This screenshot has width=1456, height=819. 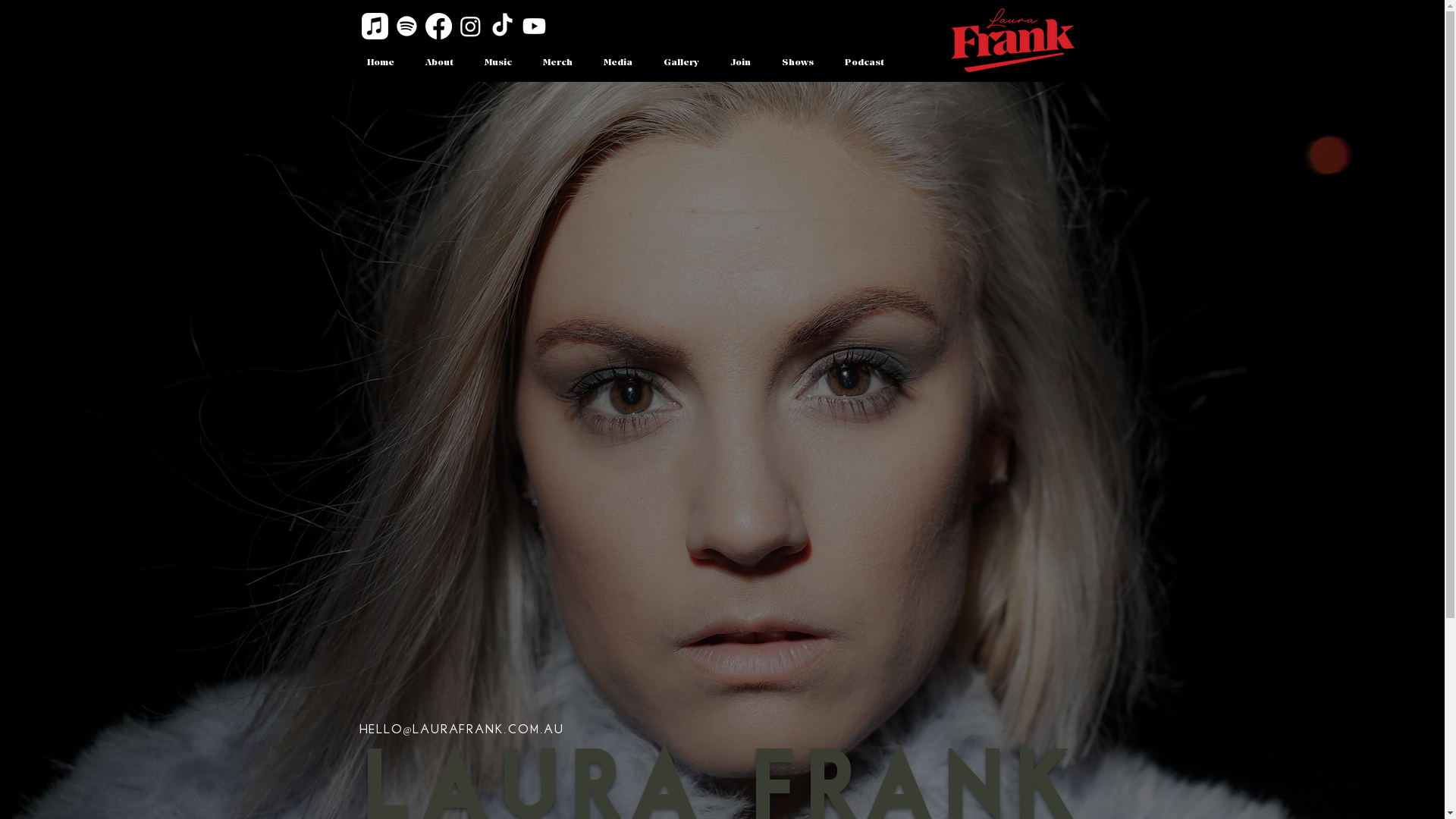 I want to click on 'Join', so click(x=739, y=62).